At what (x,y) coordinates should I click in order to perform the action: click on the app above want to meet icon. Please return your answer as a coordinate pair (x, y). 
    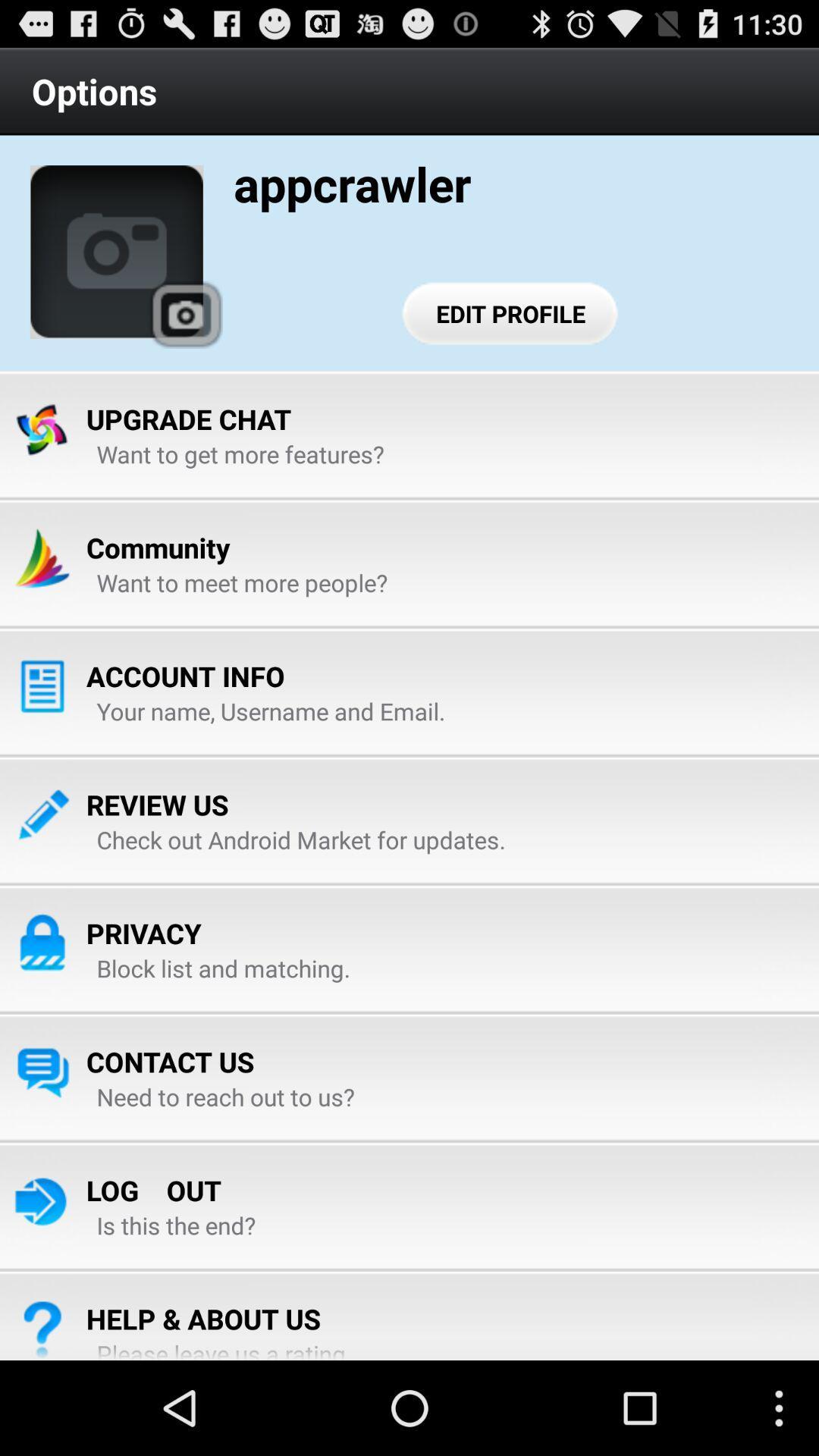
    Looking at the image, I should click on (158, 547).